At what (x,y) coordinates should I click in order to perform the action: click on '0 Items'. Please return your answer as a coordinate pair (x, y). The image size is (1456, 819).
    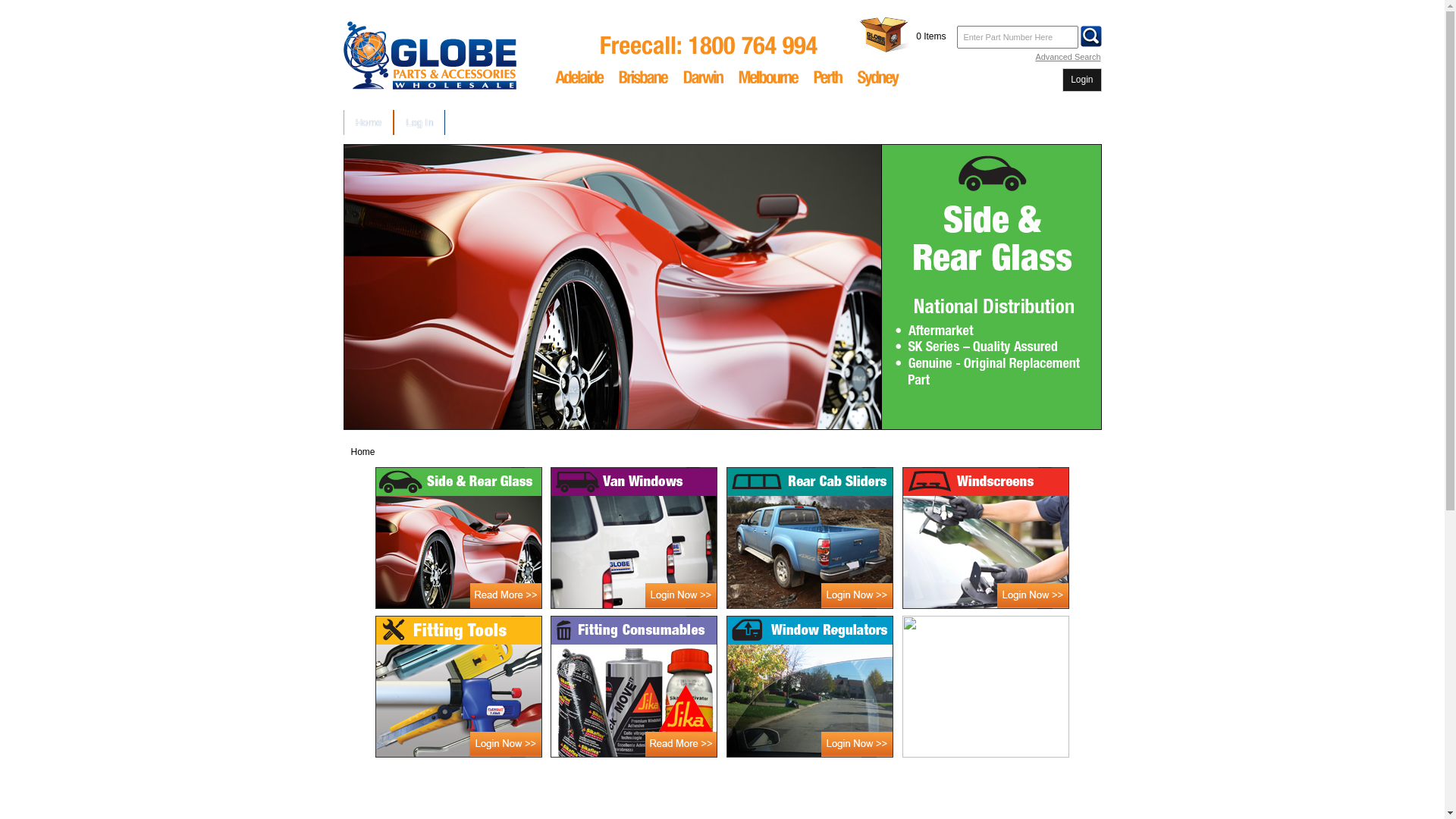
    Looking at the image, I should click on (930, 35).